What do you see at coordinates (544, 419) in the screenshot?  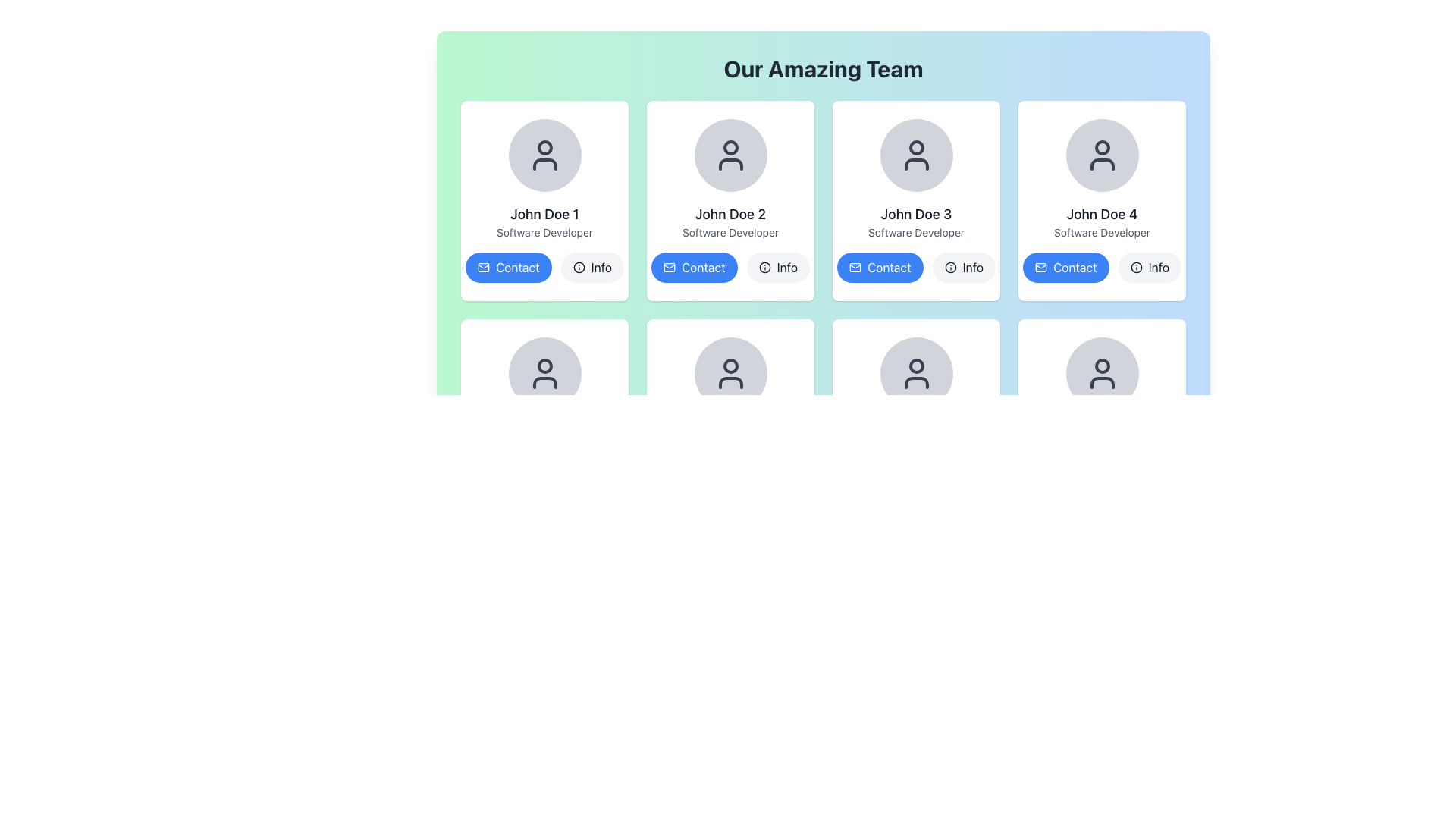 I see `the fifth team member profile card located in the first column of the second row for more information` at bounding box center [544, 419].